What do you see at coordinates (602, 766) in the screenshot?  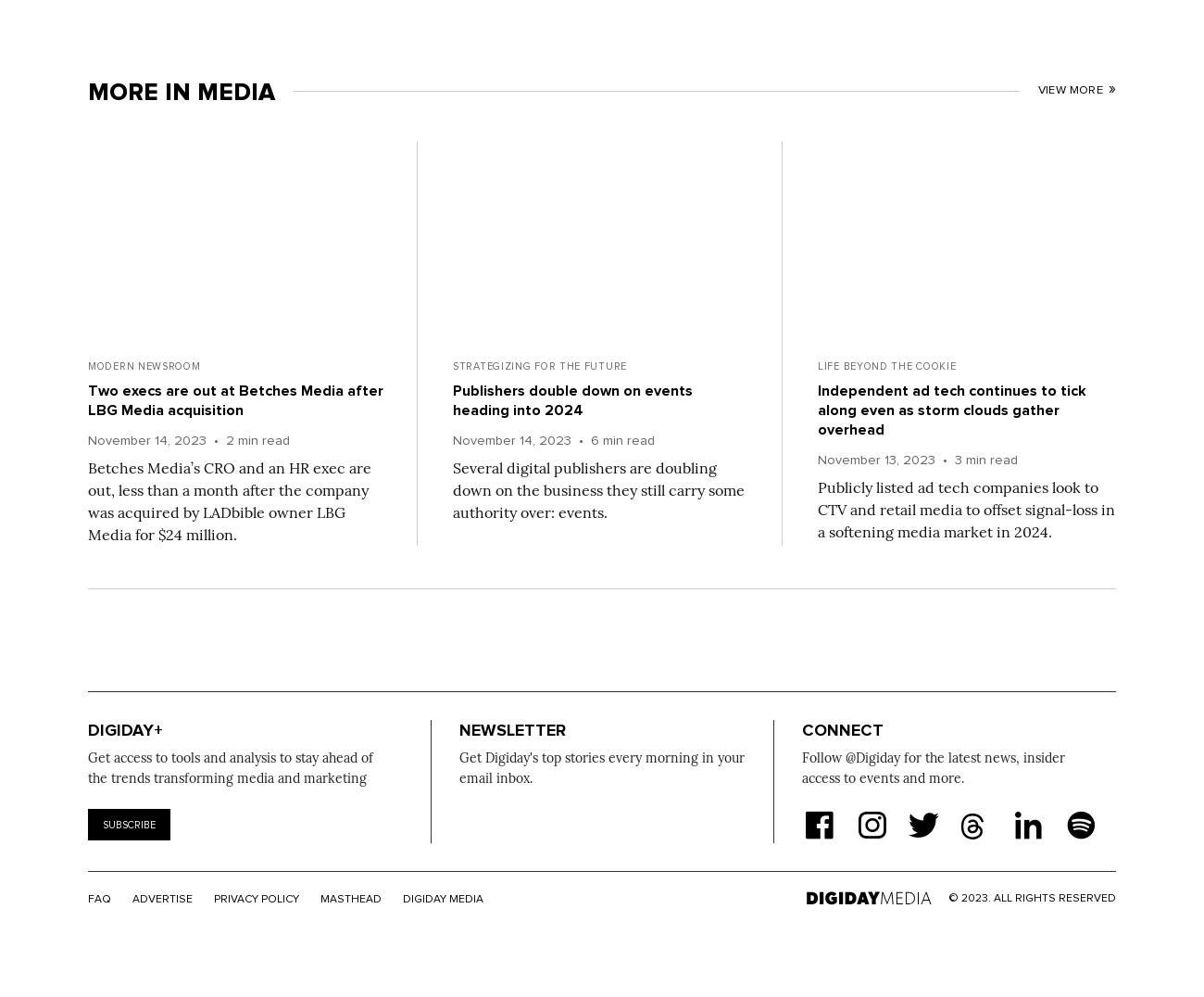 I see `'Get Digiday's top stories every morning in your email inbox.'` at bounding box center [602, 766].